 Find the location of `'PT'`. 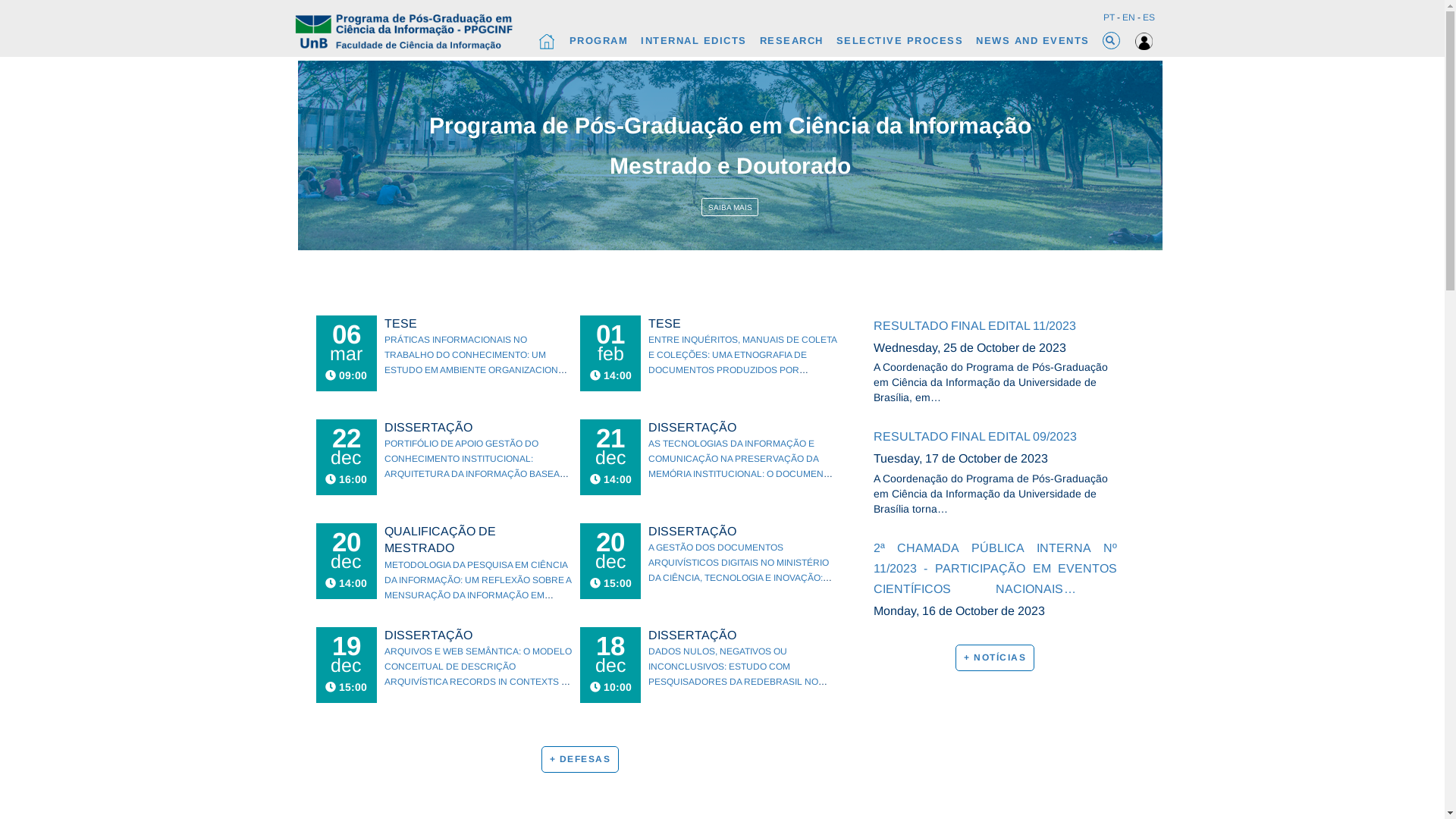

'PT' is located at coordinates (1108, 17).